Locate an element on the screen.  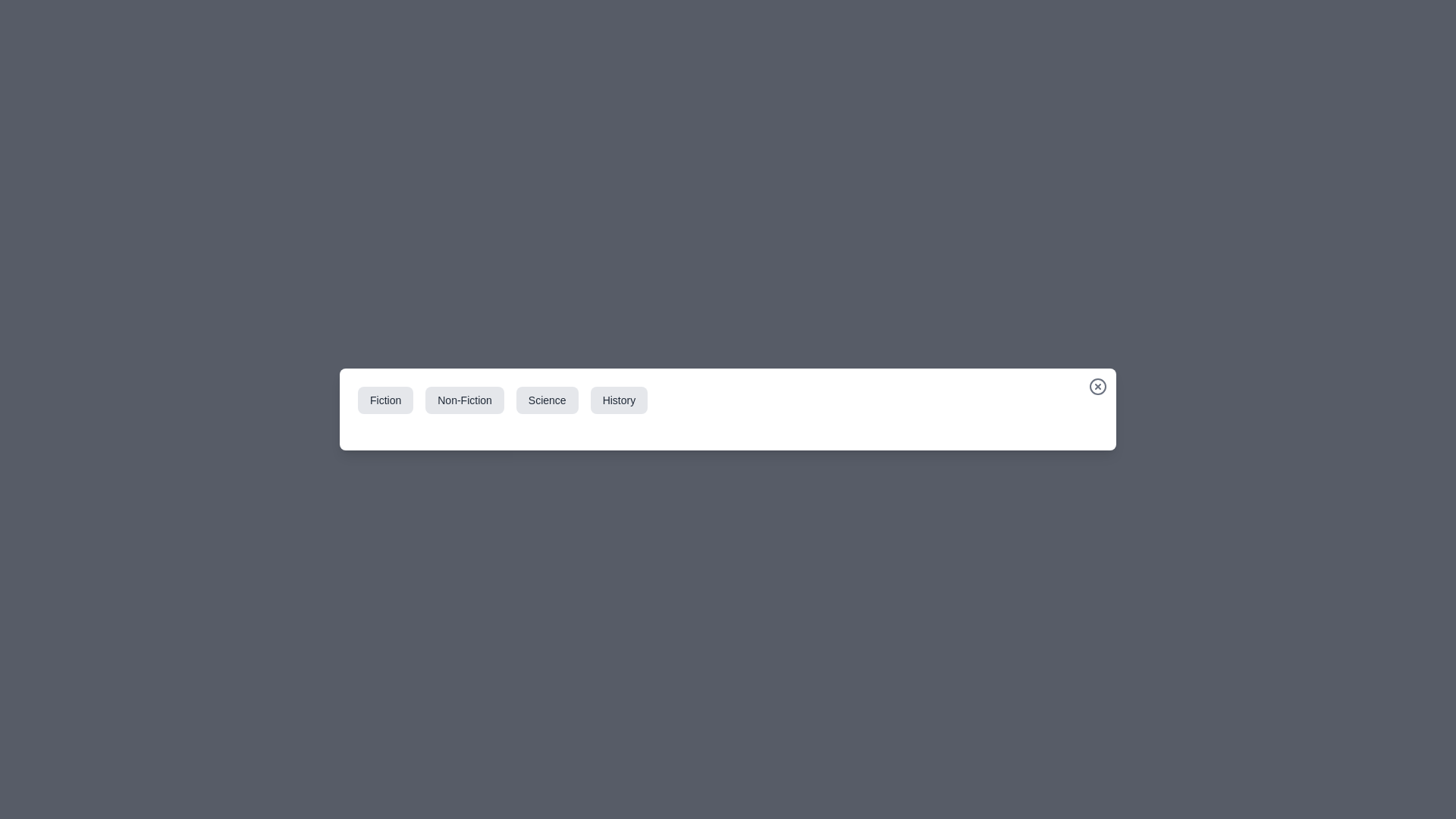
the category tab labeled Science is located at coordinates (546, 400).